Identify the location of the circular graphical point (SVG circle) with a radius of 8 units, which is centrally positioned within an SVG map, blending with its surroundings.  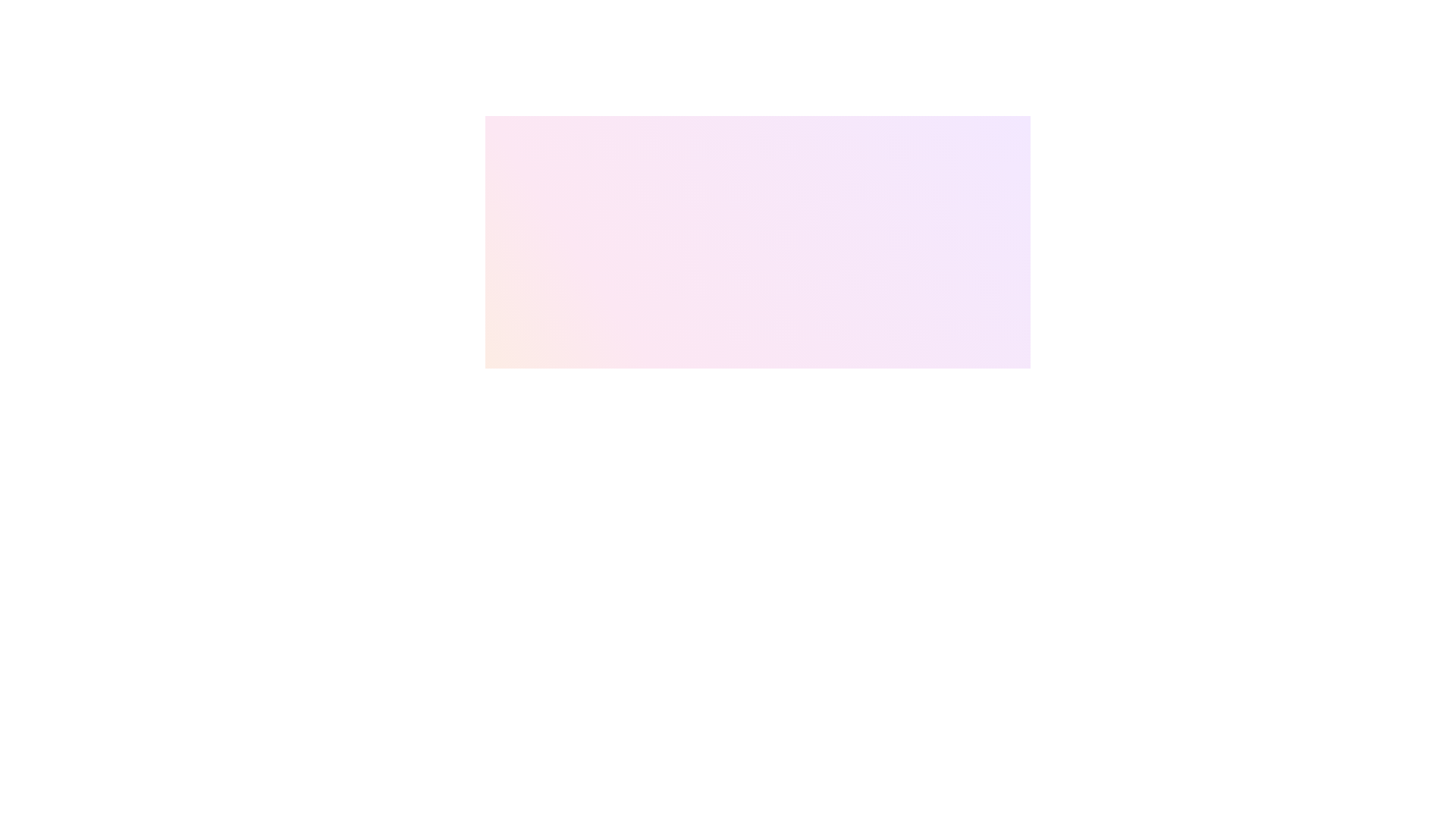
(805, 416).